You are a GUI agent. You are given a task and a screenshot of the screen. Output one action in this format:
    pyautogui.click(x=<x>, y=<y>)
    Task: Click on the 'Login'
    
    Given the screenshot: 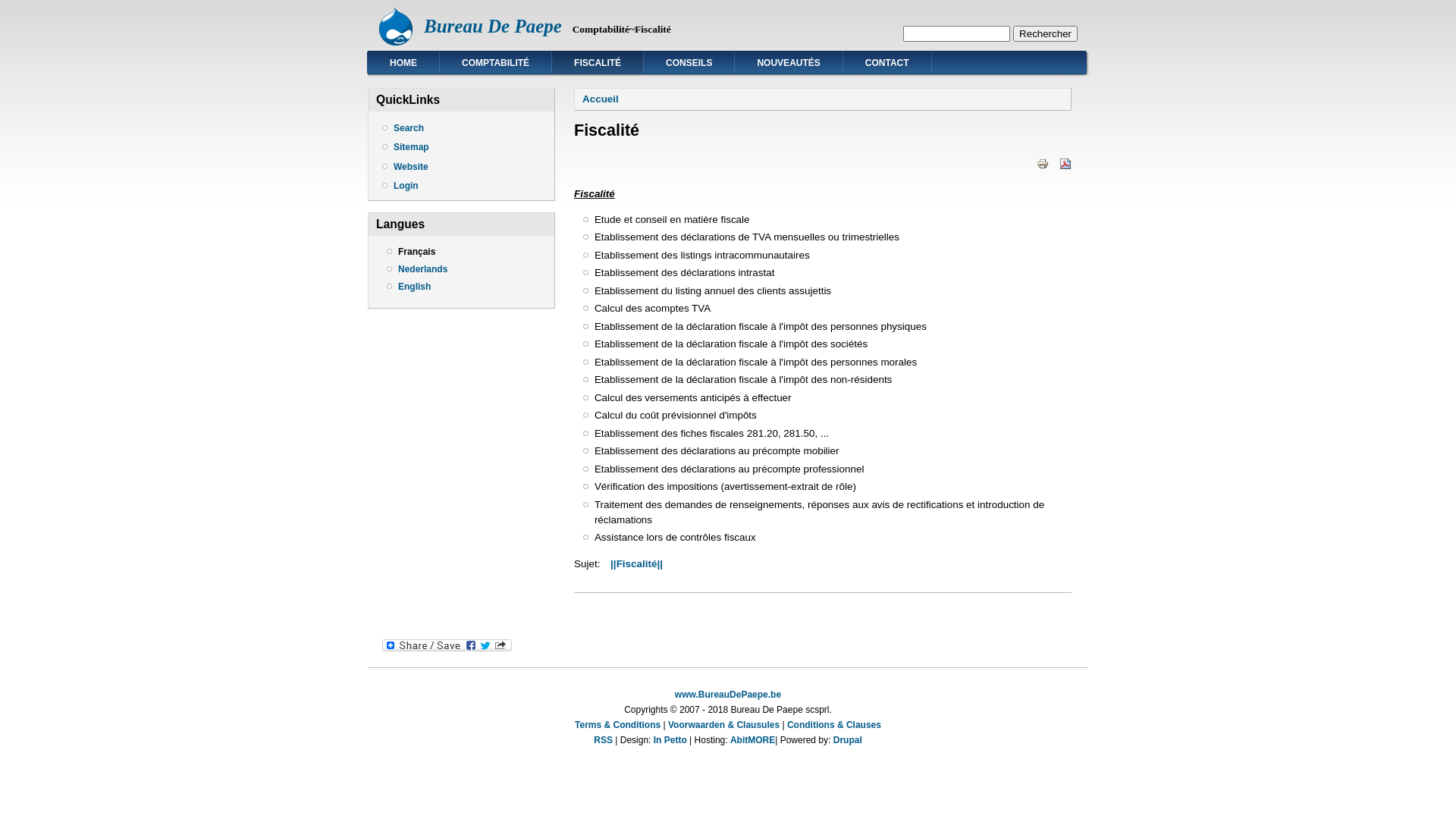 What is the action you would take?
    pyautogui.click(x=465, y=185)
    